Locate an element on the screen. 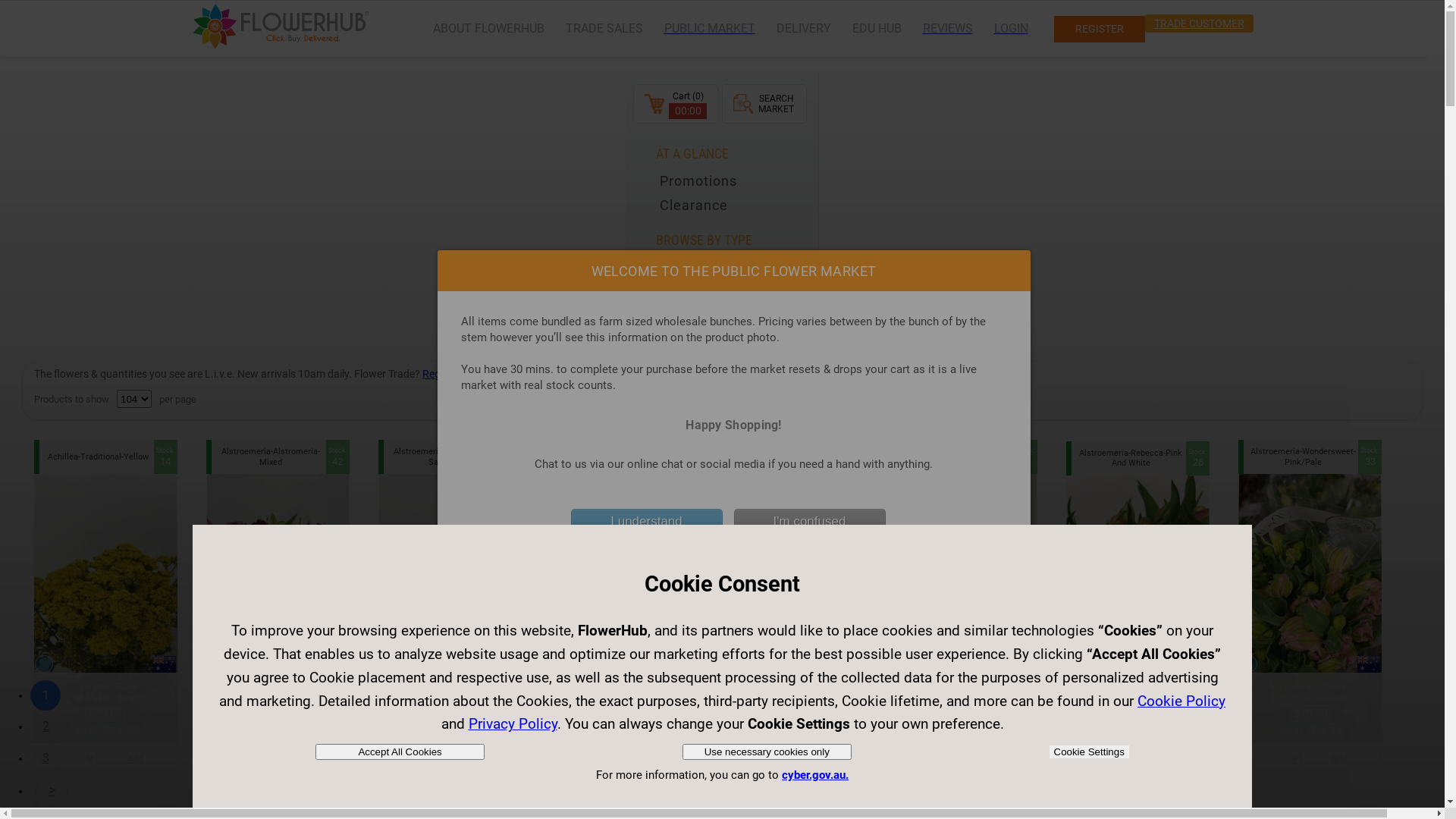 The width and height of the screenshot is (1456, 819). 'REVIEWS' is located at coordinates (946, 29).